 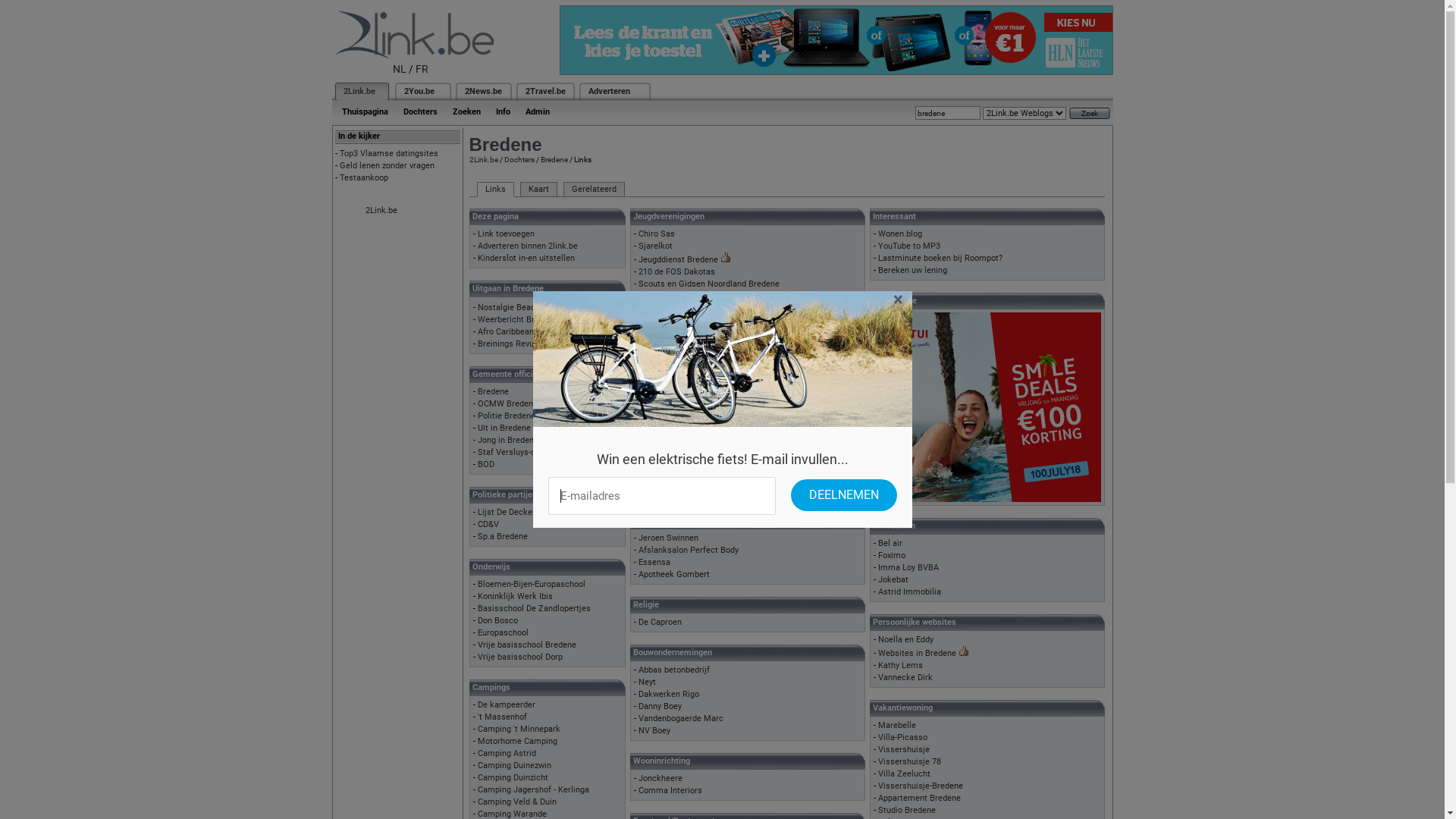 What do you see at coordinates (503, 111) in the screenshot?
I see `'Info'` at bounding box center [503, 111].